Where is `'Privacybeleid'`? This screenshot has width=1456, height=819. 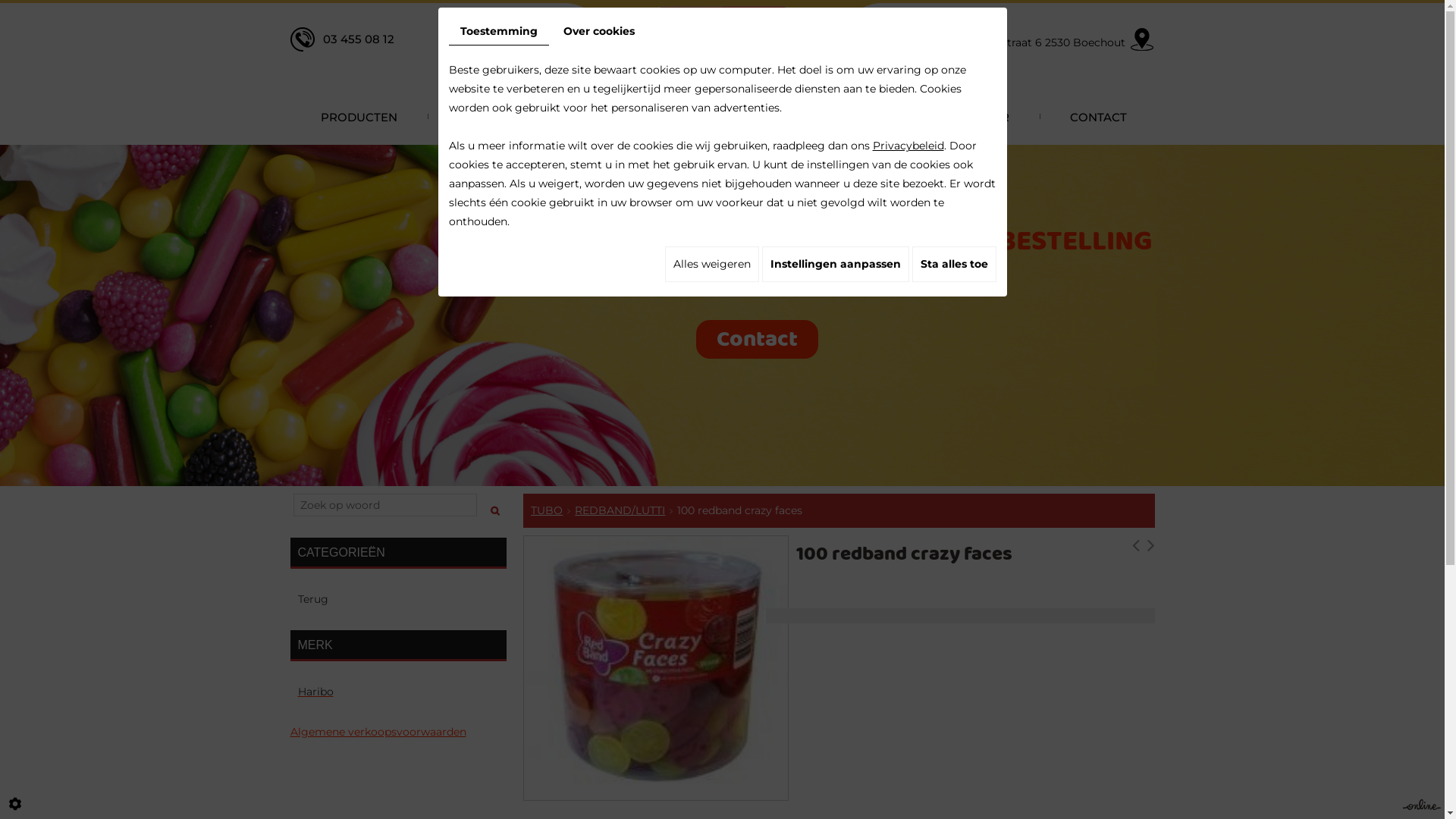 'Privacybeleid' is located at coordinates (907, 146).